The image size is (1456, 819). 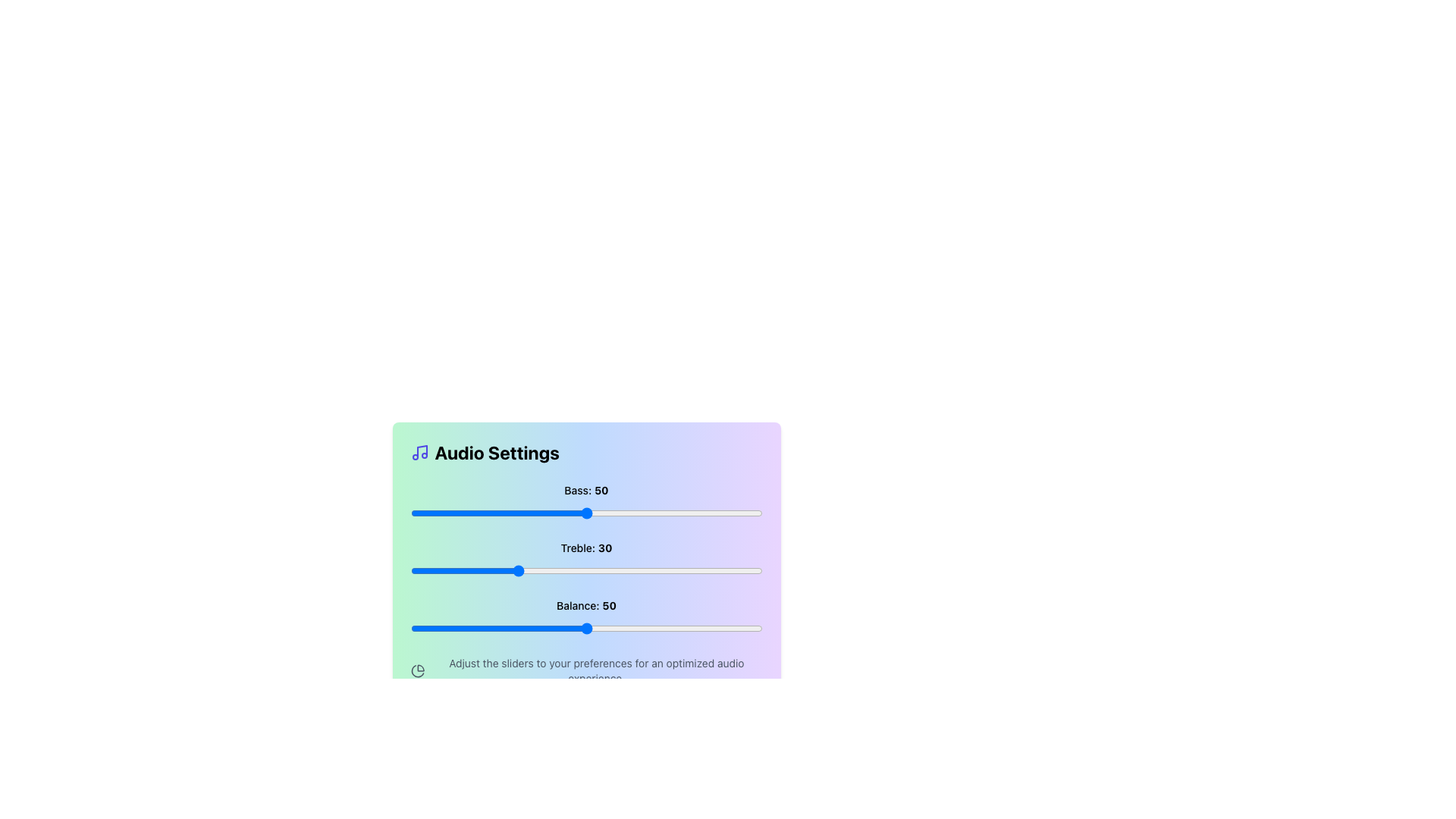 What do you see at coordinates (523, 513) in the screenshot?
I see `the bass level` at bounding box center [523, 513].